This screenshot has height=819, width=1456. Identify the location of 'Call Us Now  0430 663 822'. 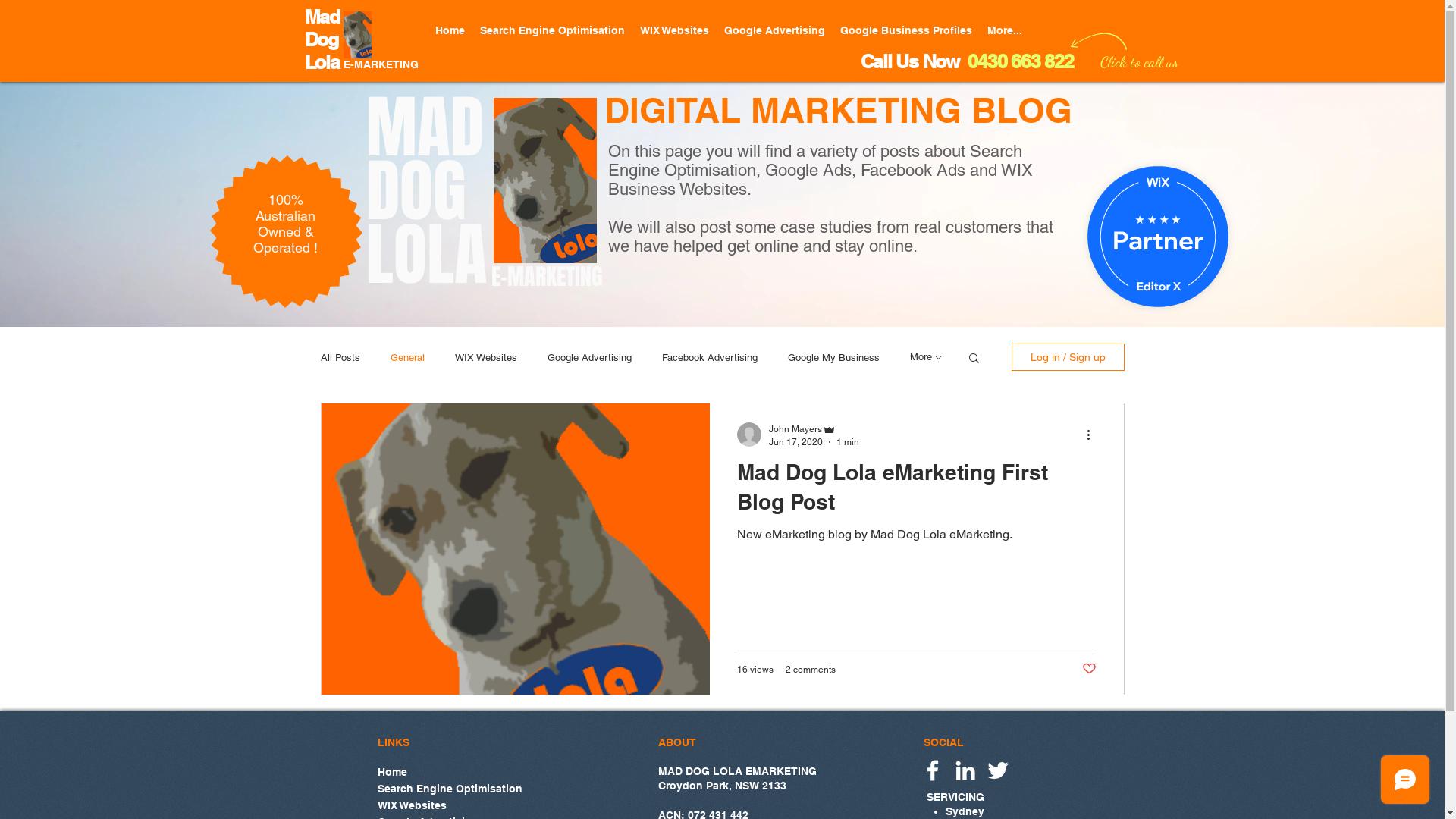
(965, 61).